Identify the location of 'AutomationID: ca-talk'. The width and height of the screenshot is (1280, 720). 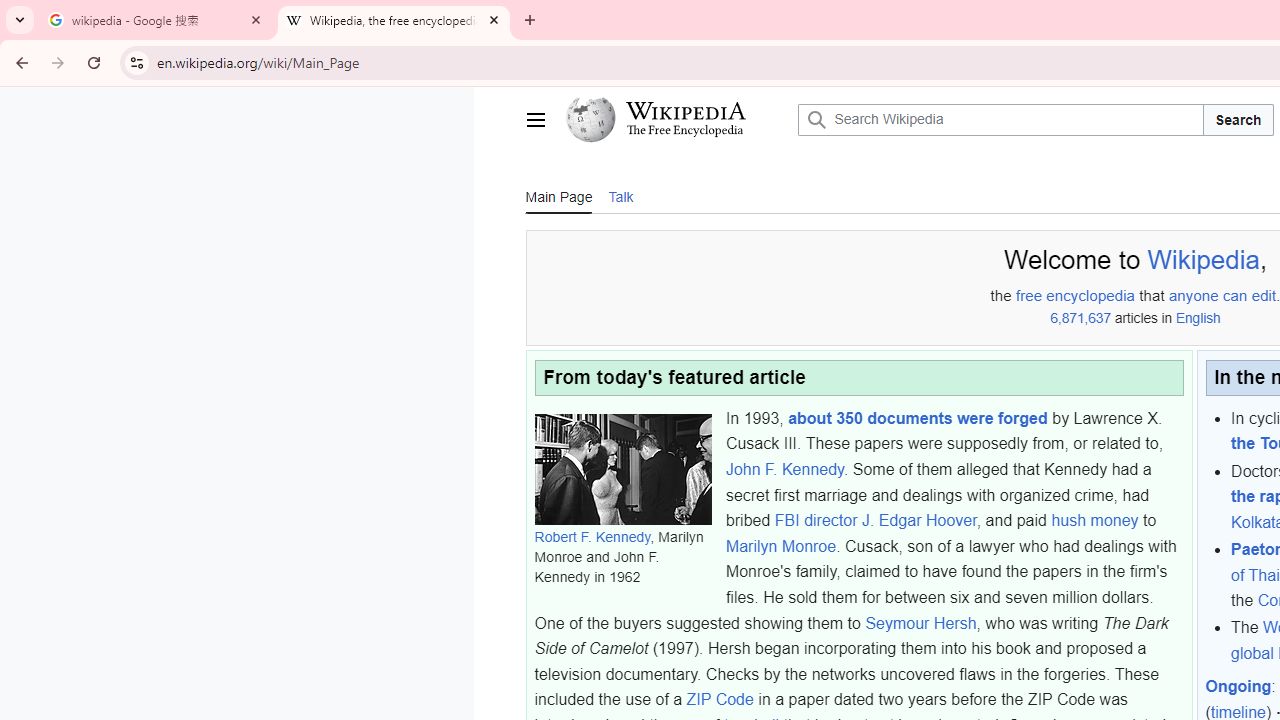
(619, 195).